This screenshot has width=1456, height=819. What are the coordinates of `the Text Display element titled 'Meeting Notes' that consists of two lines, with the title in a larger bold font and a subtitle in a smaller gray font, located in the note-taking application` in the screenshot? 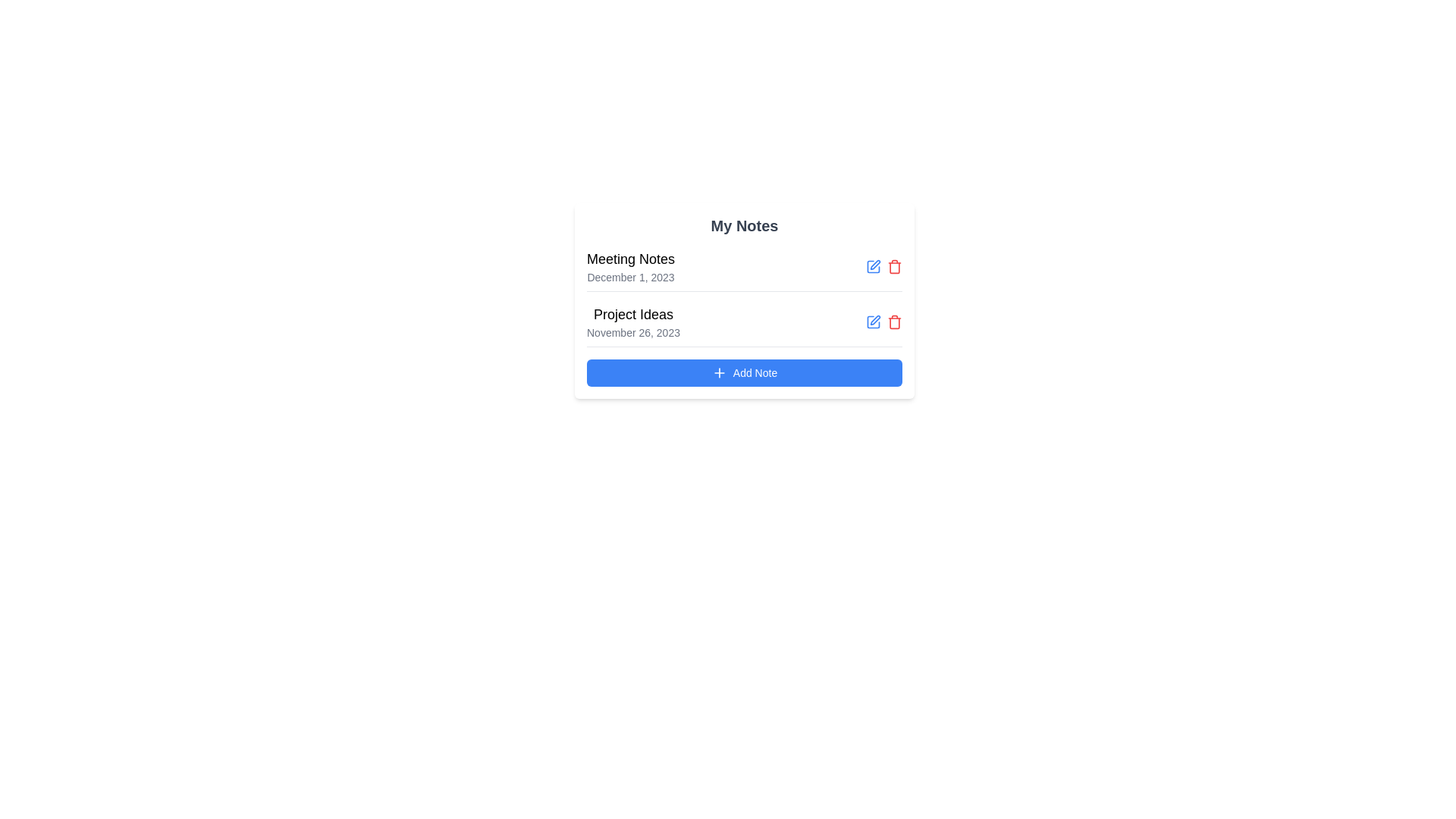 It's located at (630, 265).